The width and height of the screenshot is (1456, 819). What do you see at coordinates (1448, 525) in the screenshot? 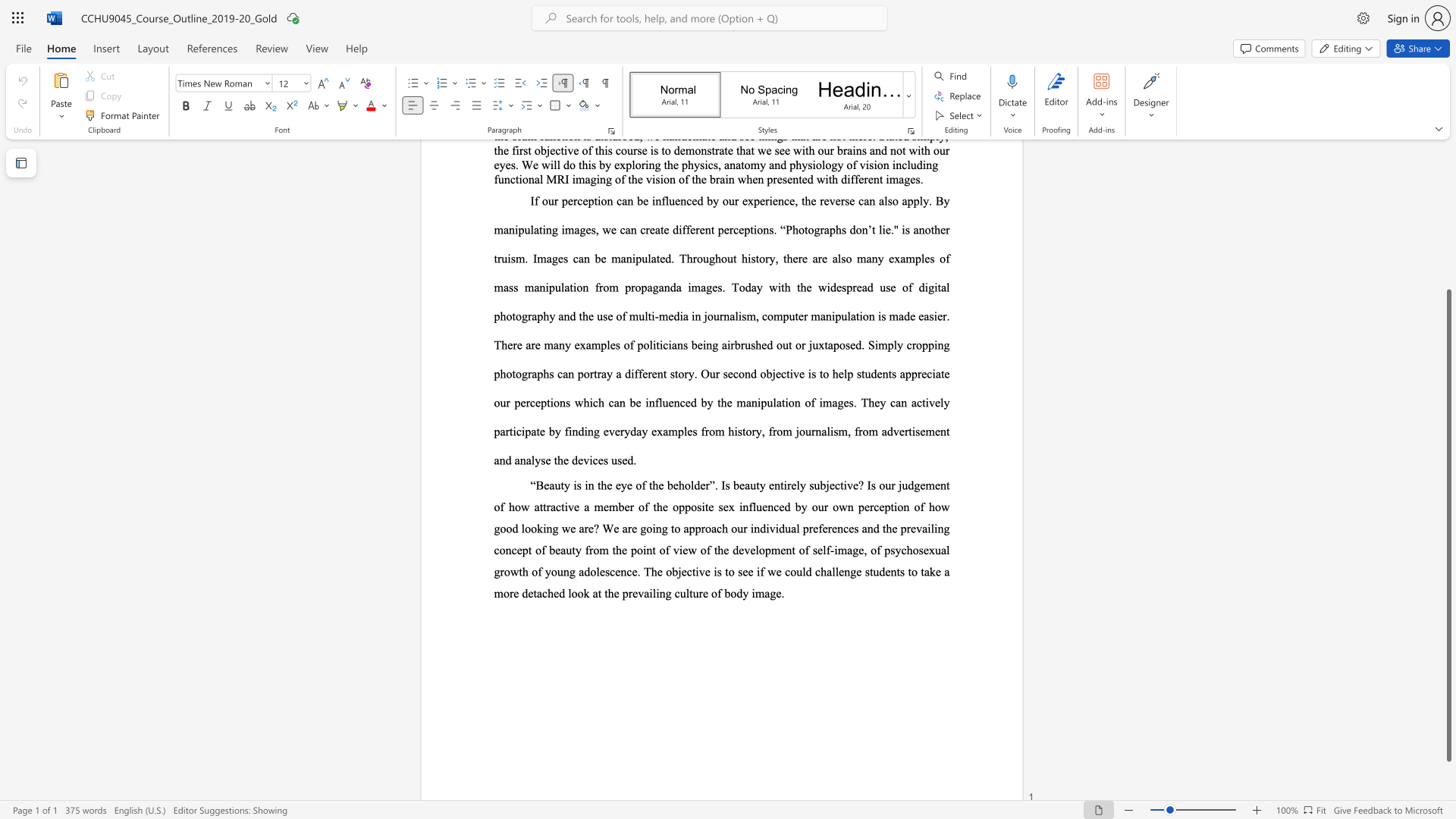
I see `the scrollbar and move down 20 pixels` at bounding box center [1448, 525].